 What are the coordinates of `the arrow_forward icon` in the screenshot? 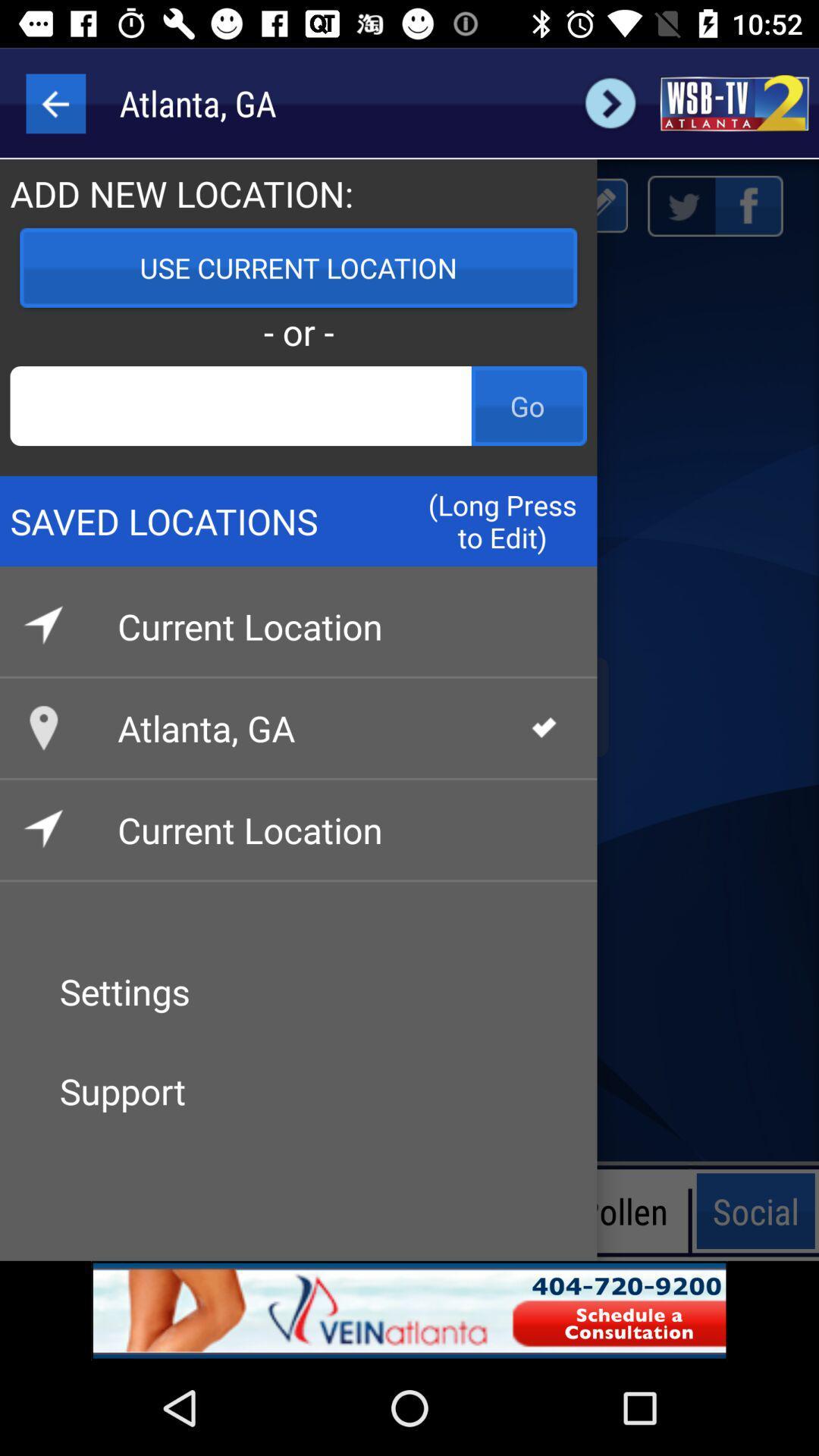 It's located at (610, 102).